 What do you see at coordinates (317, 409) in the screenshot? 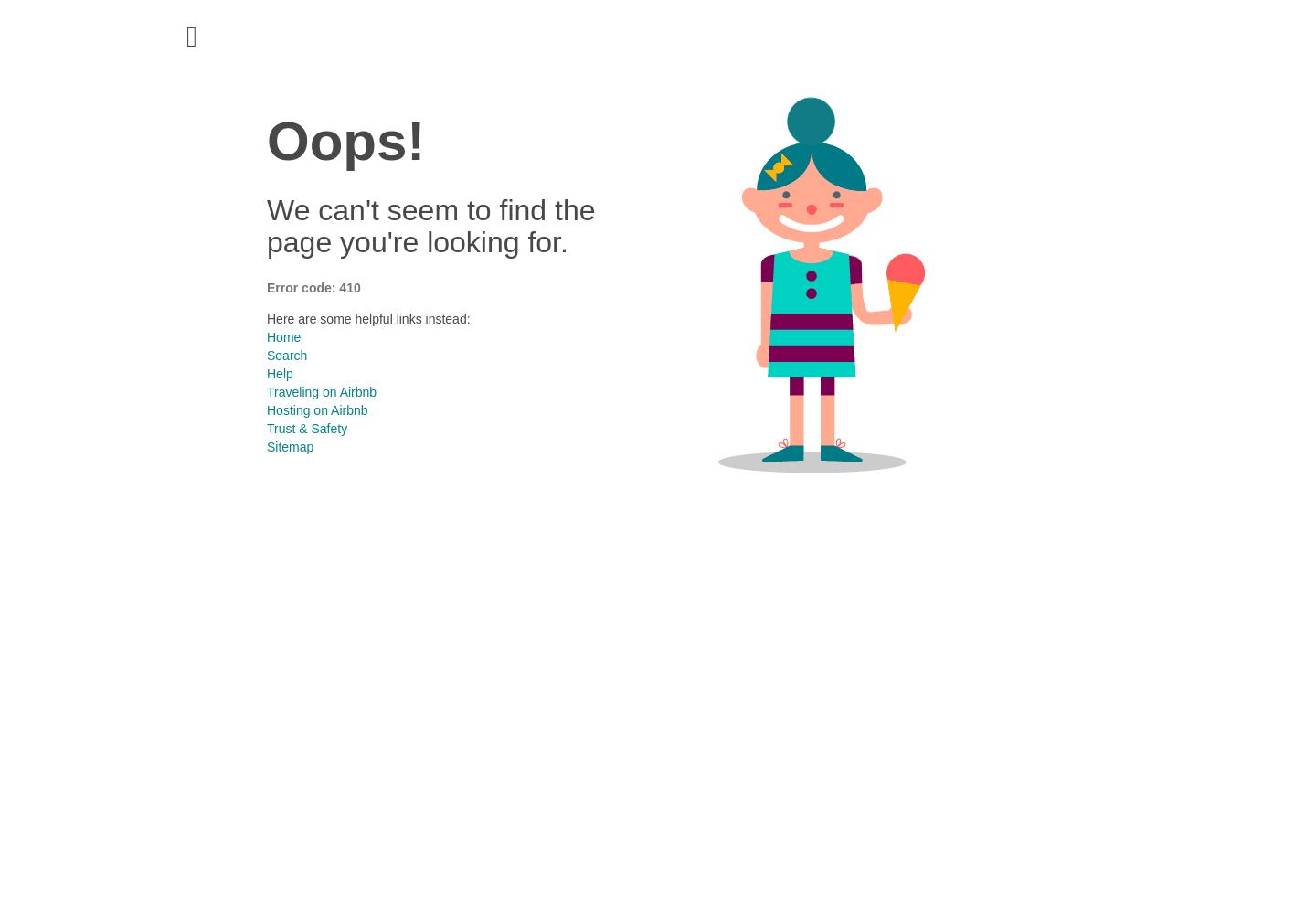
I see `'Hosting on Airbnb'` at bounding box center [317, 409].